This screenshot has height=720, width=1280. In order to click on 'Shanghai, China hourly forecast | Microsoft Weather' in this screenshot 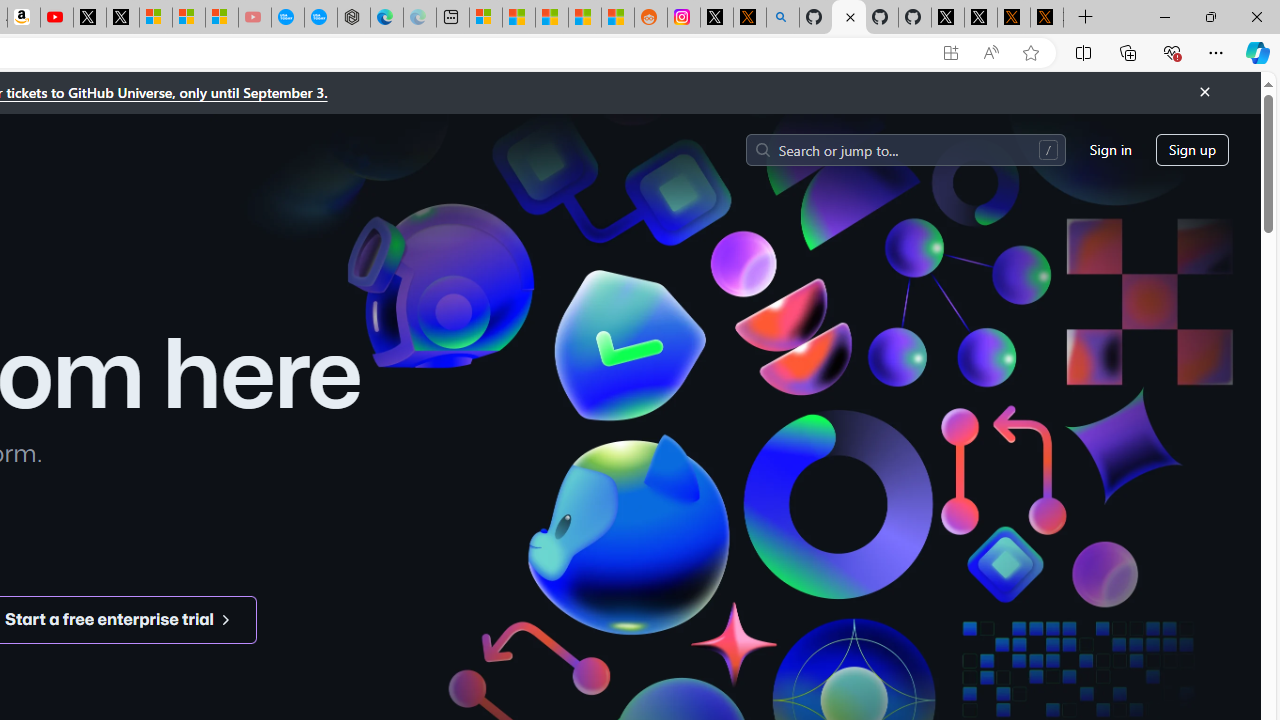, I will do `click(552, 17)`.